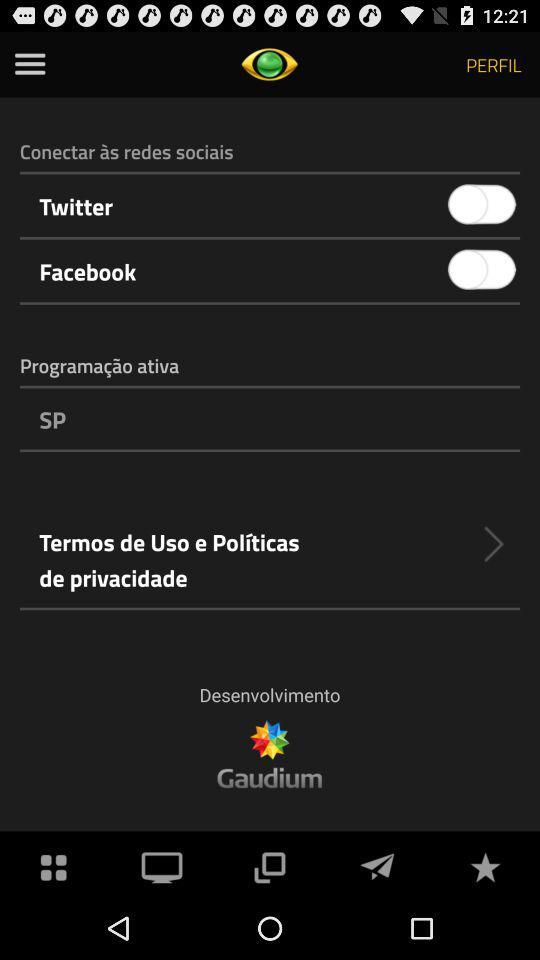 This screenshot has width=540, height=960. Describe the element at coordinates (29, 64) in the screenshot. I see `menu icon` at that location.